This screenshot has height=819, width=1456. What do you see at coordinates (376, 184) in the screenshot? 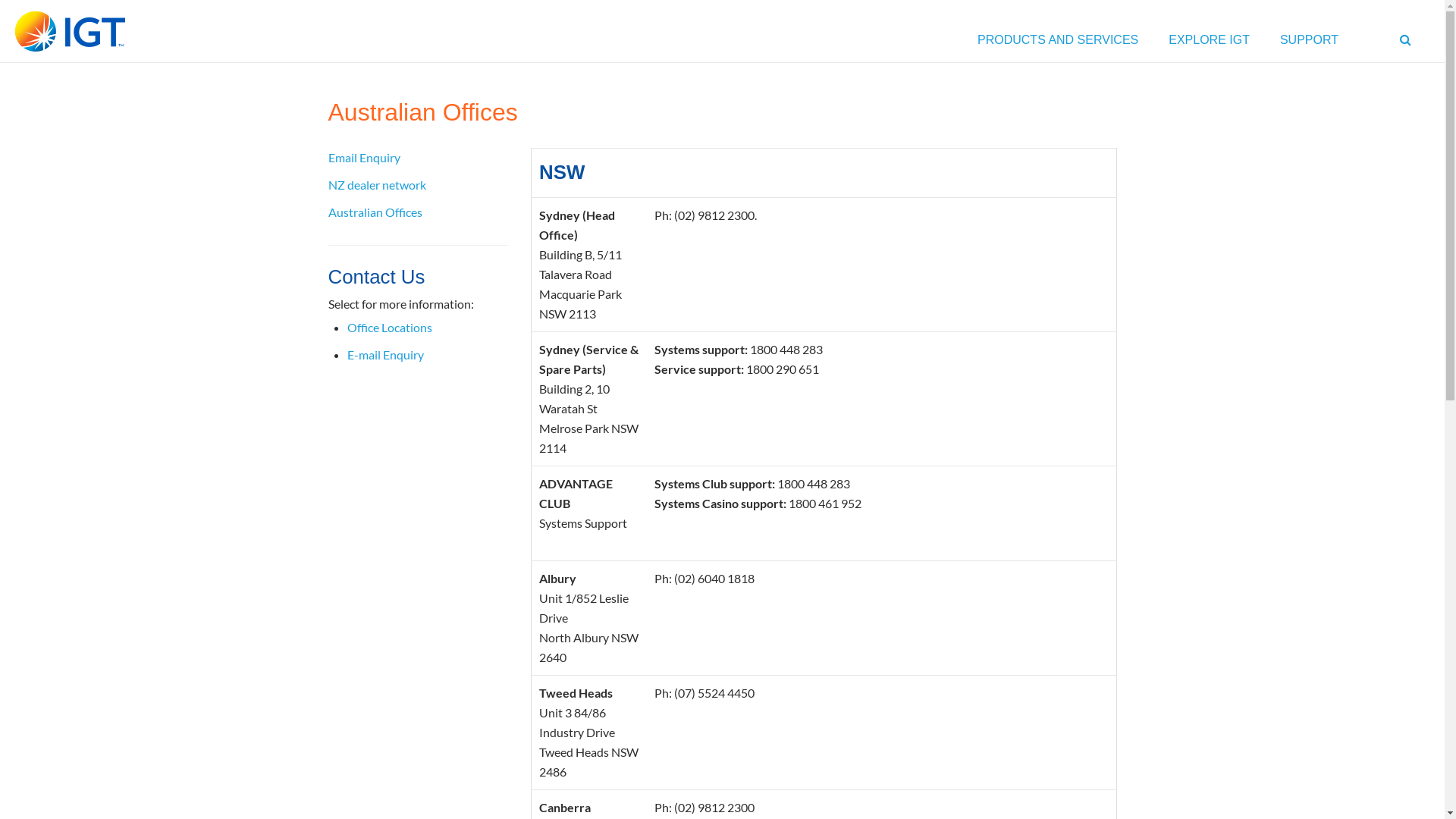
I see `'NZ dealer network'` at bounding box center [376, 184].